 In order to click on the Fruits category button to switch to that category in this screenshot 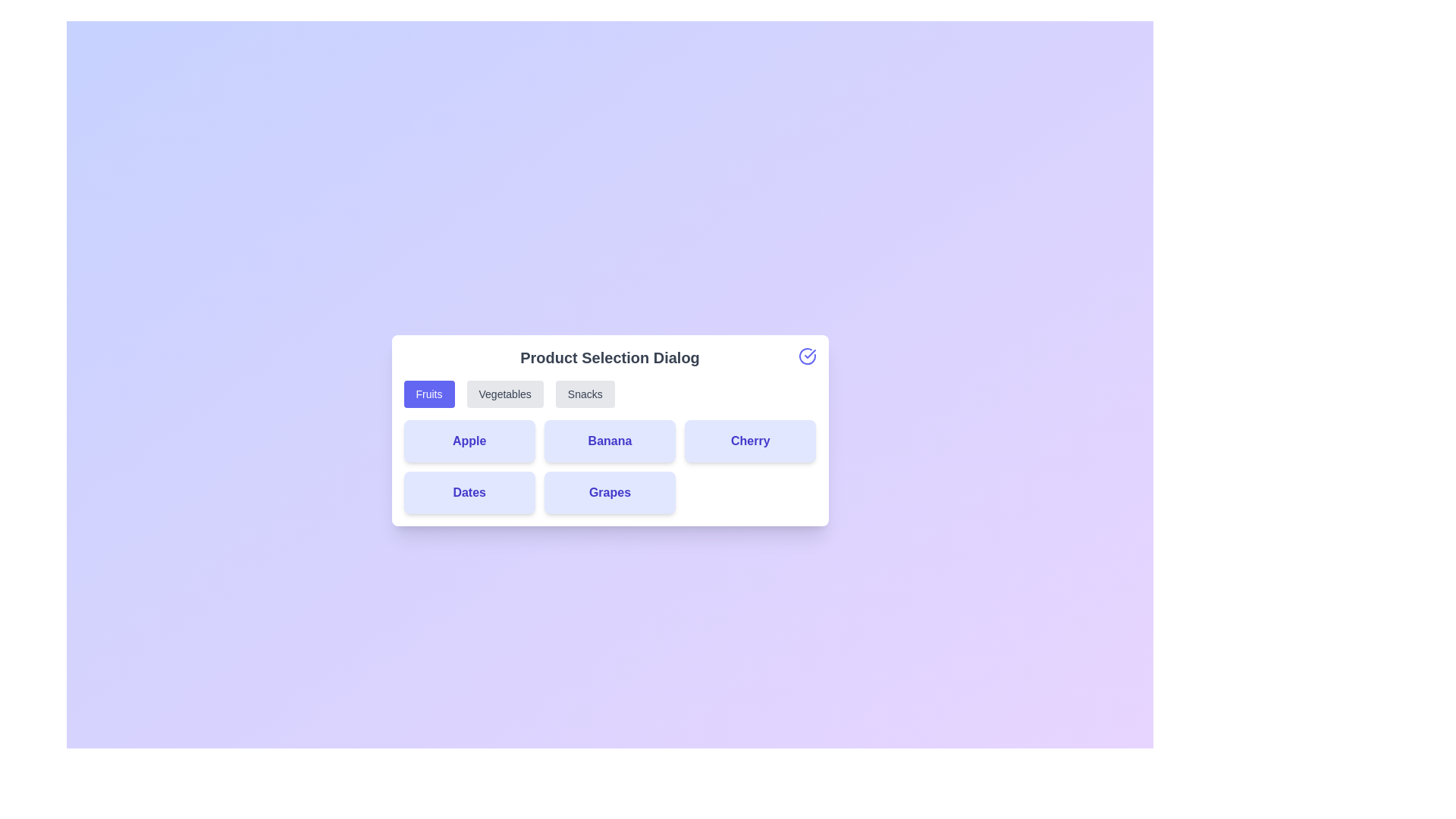, I will do `click(428, 394)`.